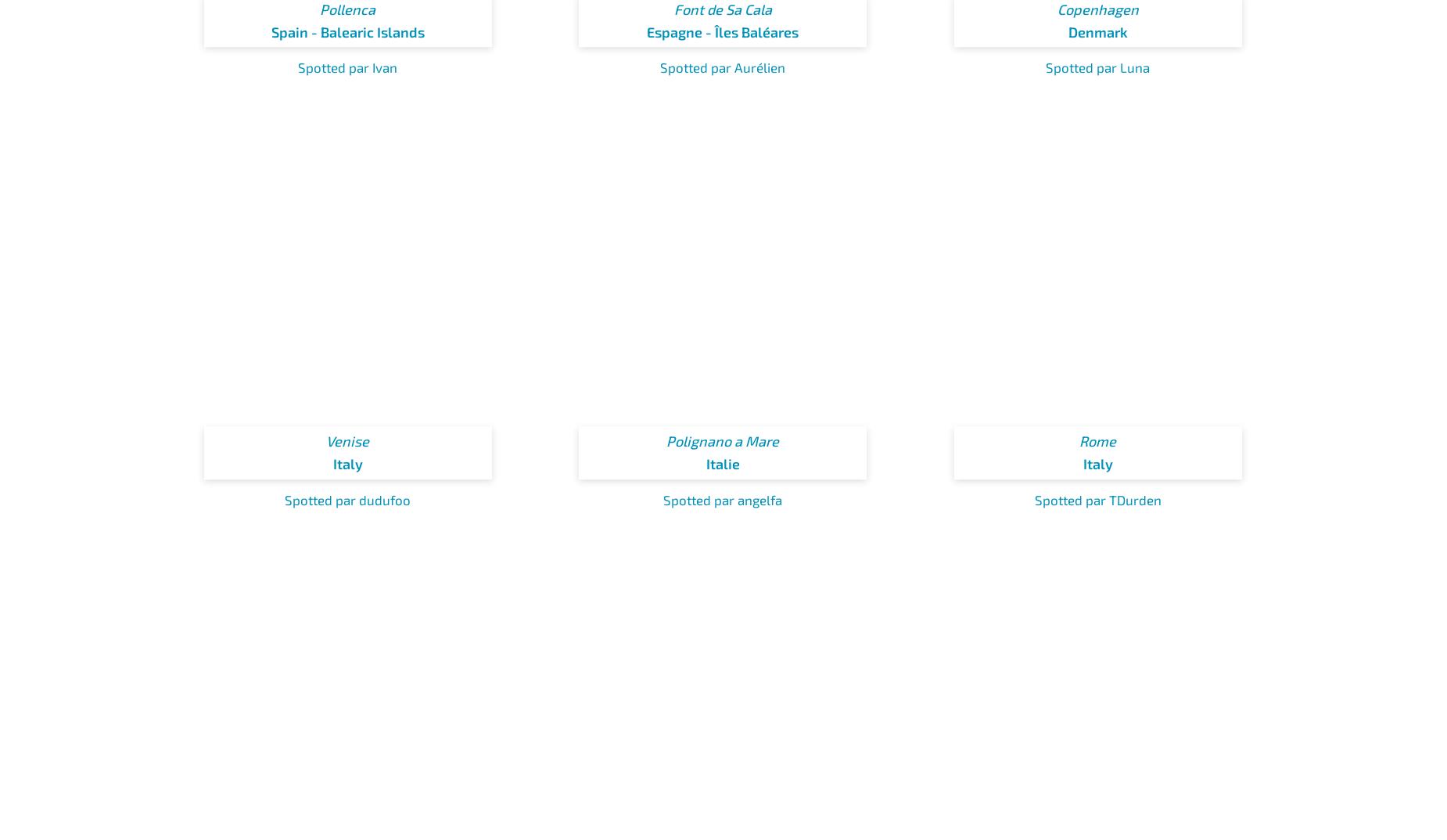 The height and width of the screenshot is (840, 1447). Describe the element at coordinates (346, 440) in the screenshot. I see `'Venise'` at that location.